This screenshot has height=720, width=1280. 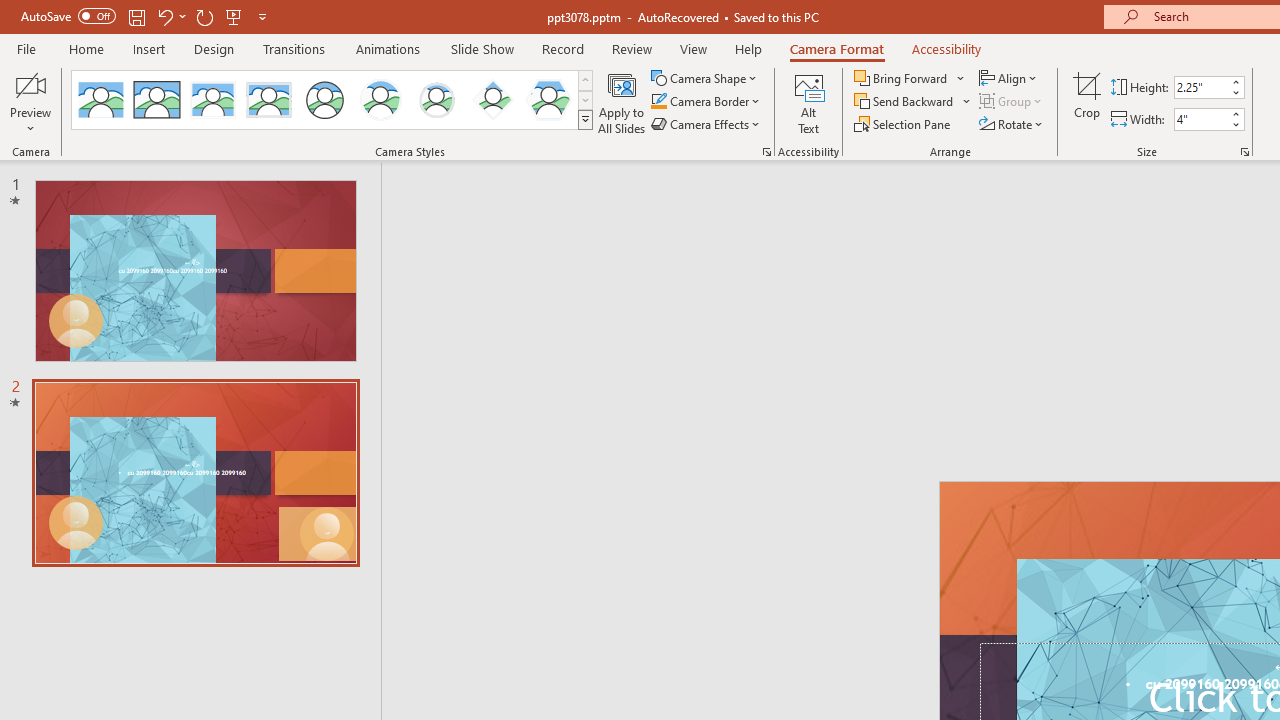 I want to click on 'Apply to All Slides', so click(x=621, y=103).